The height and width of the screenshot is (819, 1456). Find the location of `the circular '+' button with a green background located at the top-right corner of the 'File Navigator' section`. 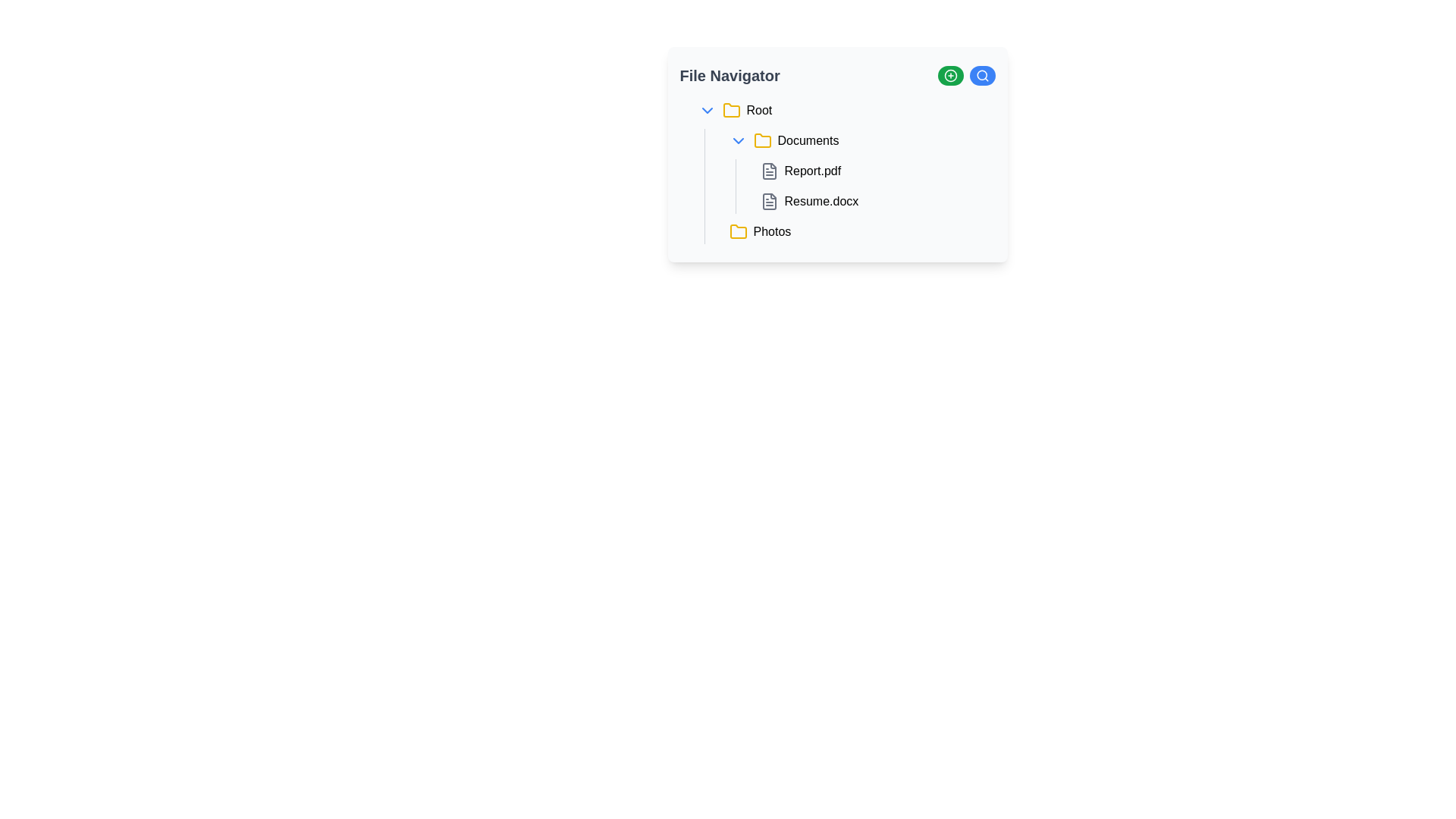

the circular '+' button with a green background located at the top-right corner of the 'File Navigator' section is located at coordinates (949, 76).